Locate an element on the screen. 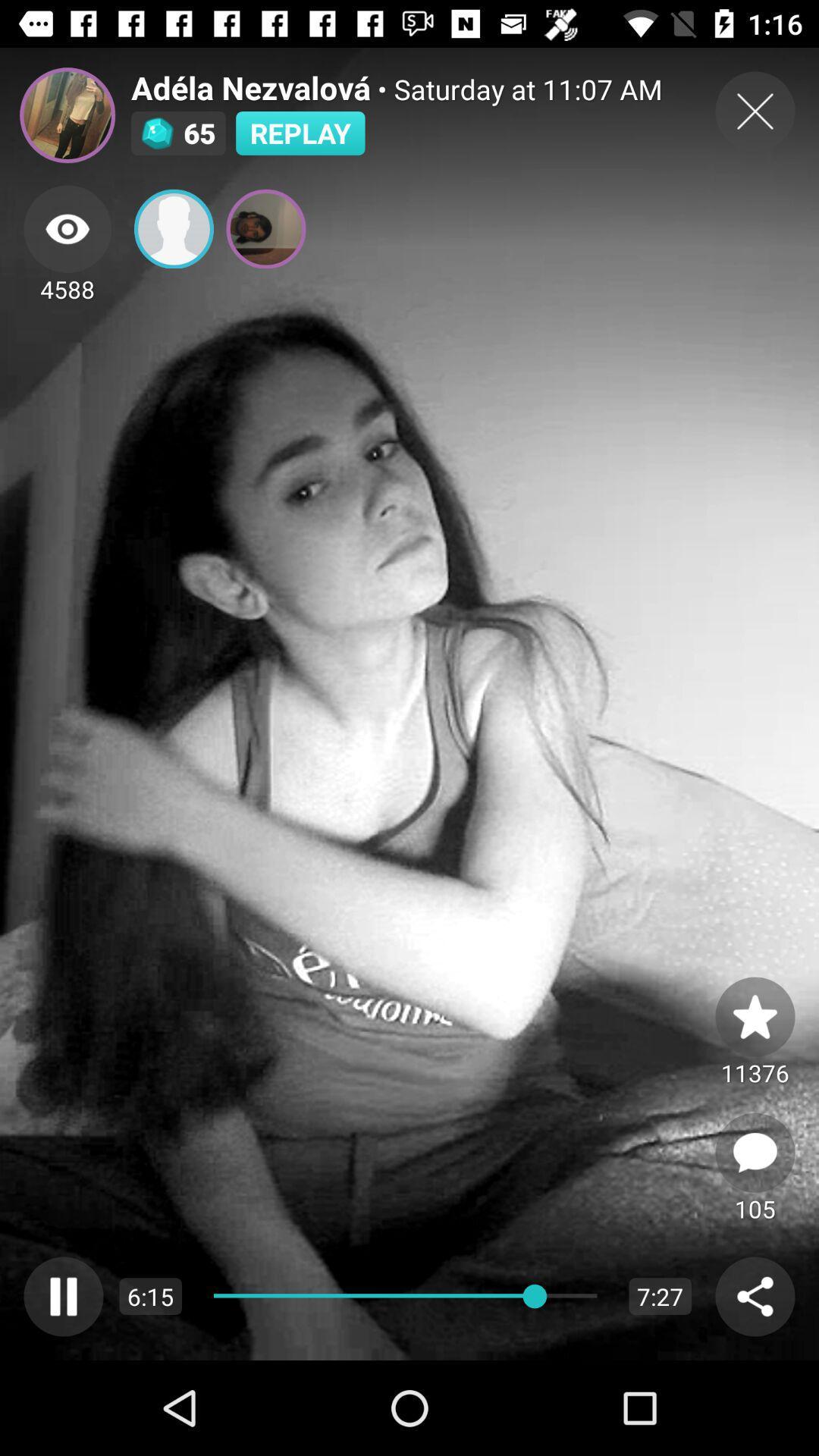 This screenshot has height=1456, width=819. total viewers is located at coordinates (67, 228).